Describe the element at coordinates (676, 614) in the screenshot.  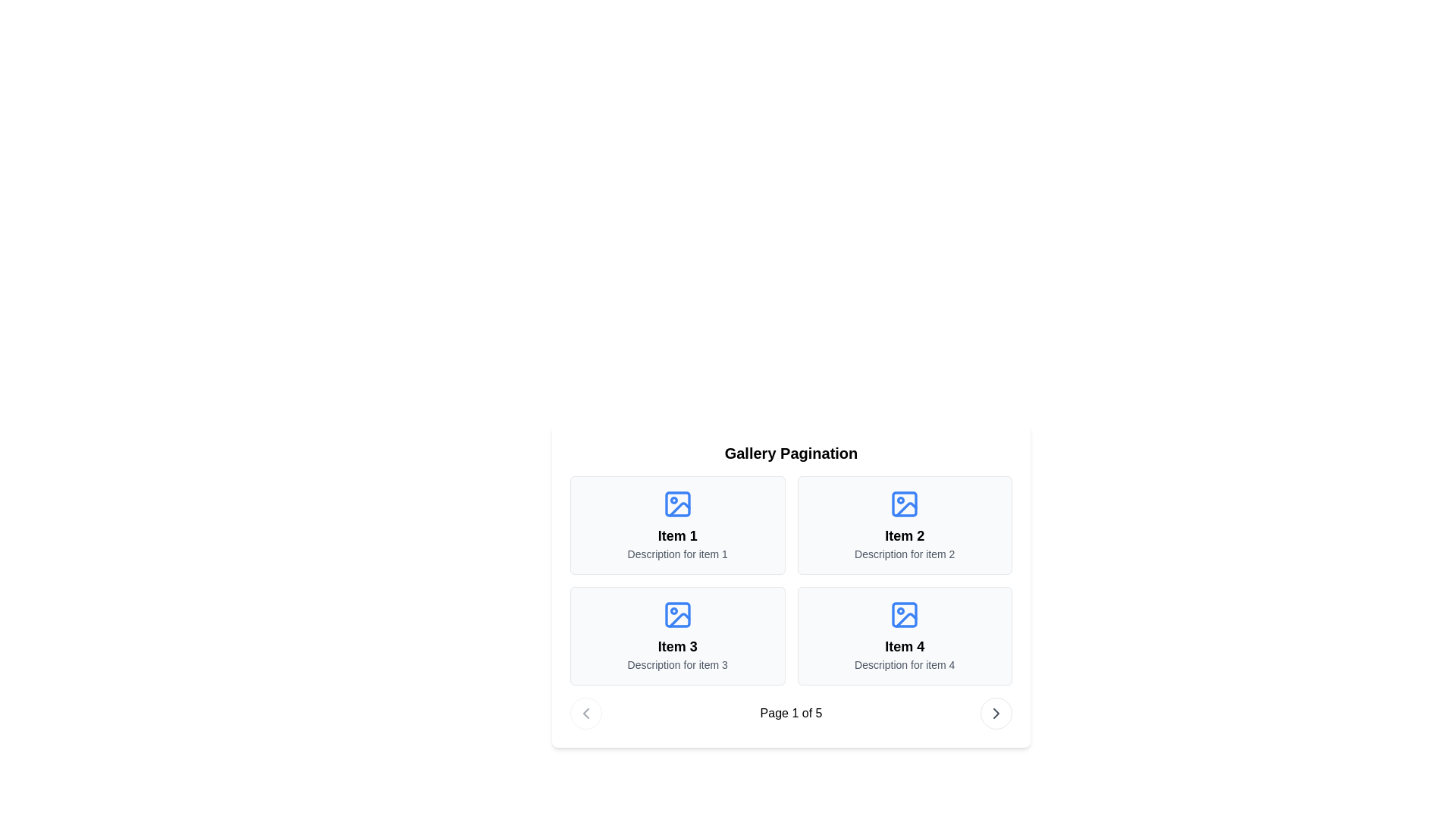
I see `the graphical vector element representing 'Item 3' within the icon in the lower-left corner of the grid layout` at that location.